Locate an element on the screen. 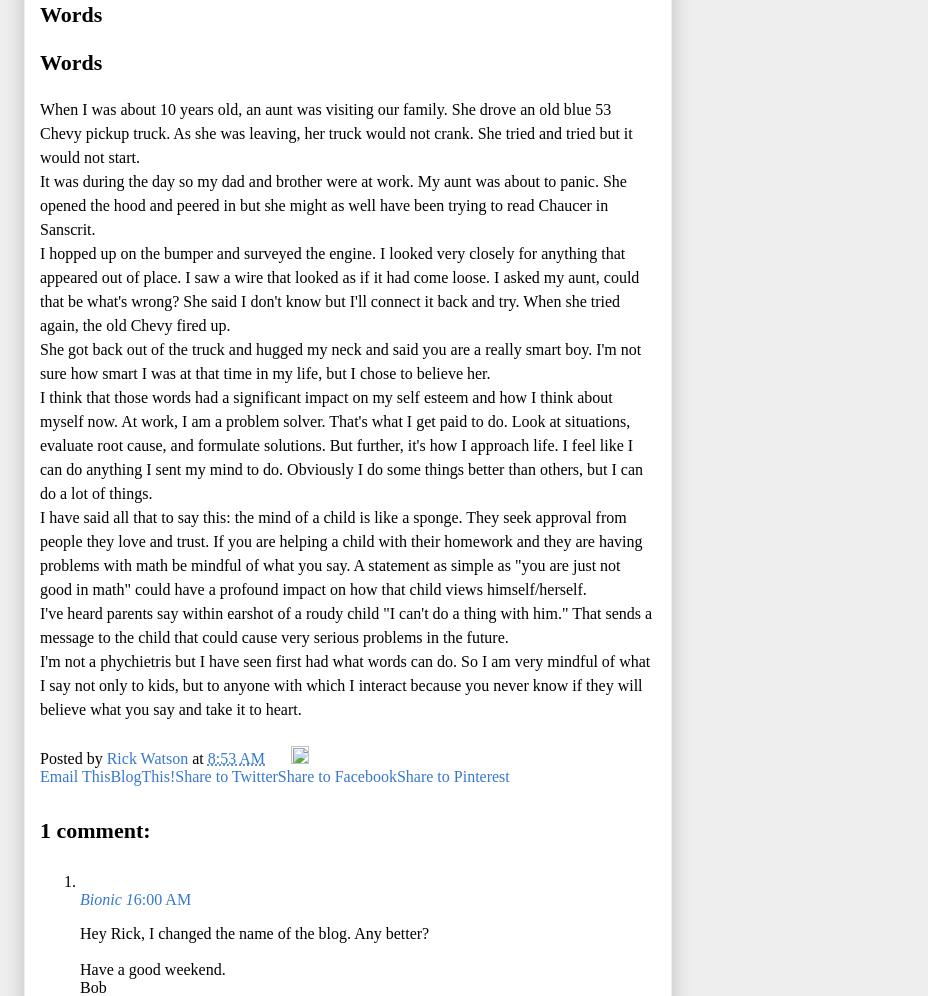 This screenshot has width=928, height=996. 'Have a good weekend.' is located at coordinates (152, 968).